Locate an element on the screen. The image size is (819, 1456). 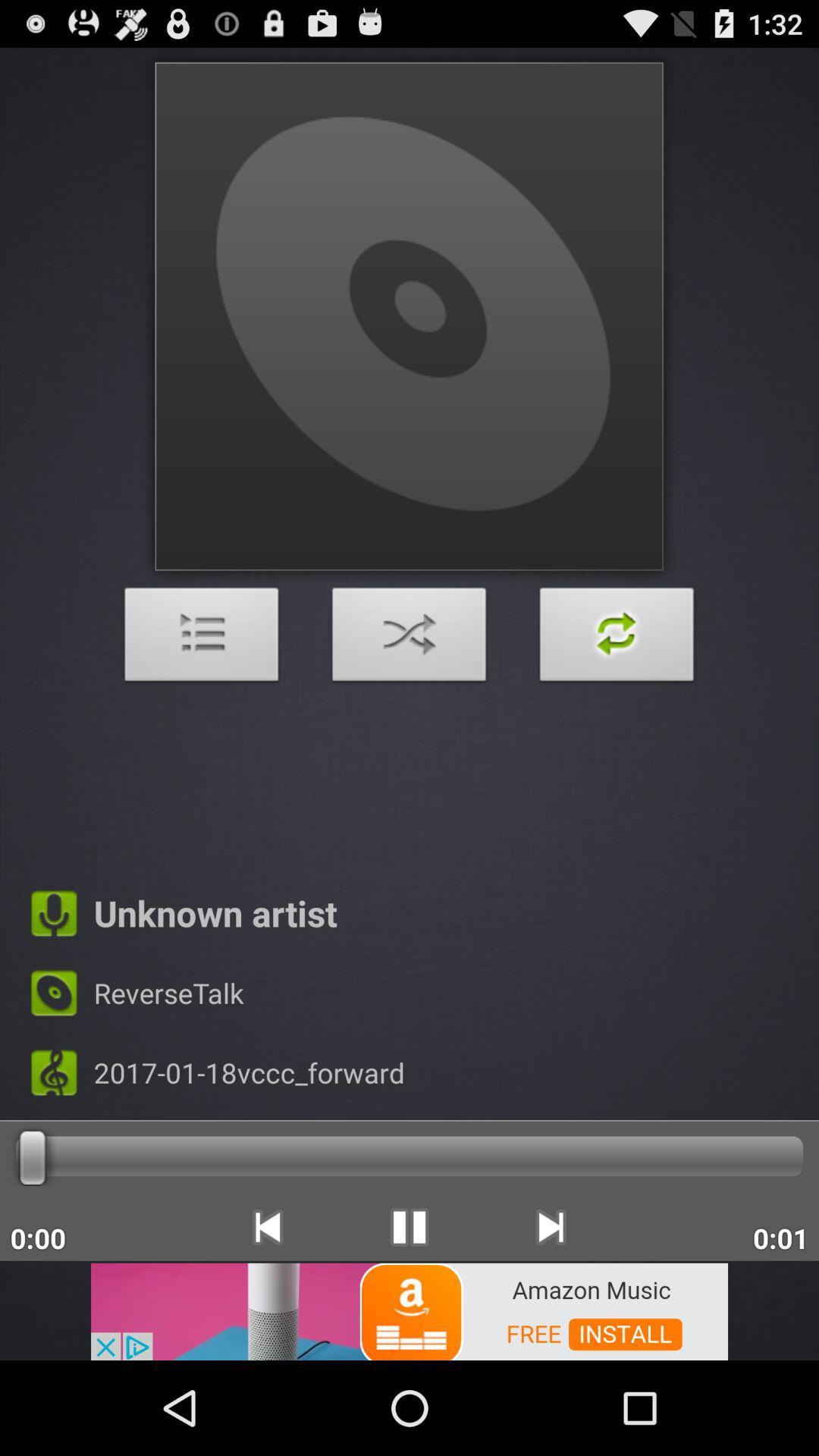
the skip_previous icon is located at coordinates (266, 1312).